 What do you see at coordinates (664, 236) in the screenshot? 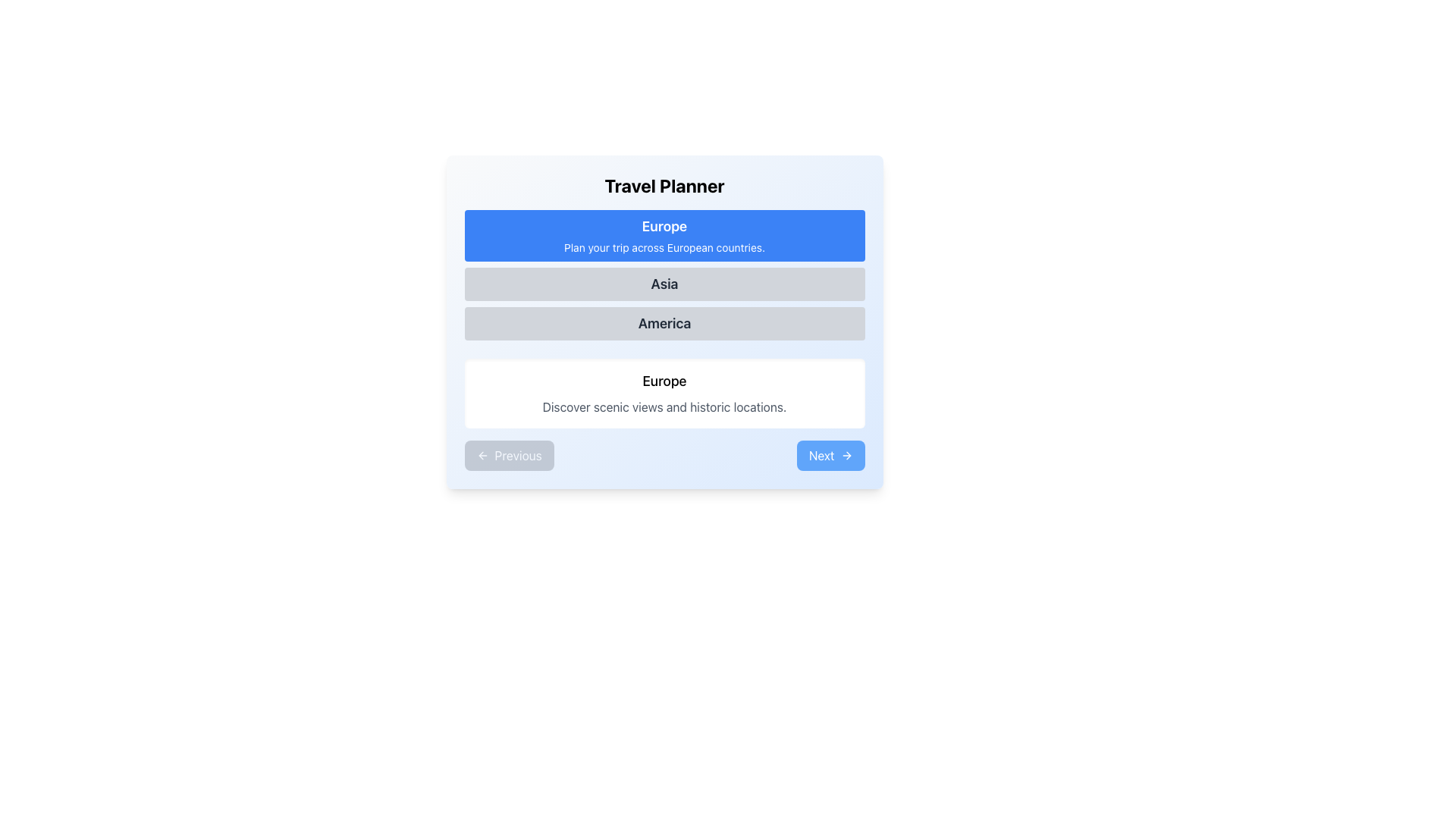
I see `the 'Europe' travel option button to visually highlight it, which is positioned at the top of the interface and centered horizontally among other region buttons` at bounding box center [664, 236].